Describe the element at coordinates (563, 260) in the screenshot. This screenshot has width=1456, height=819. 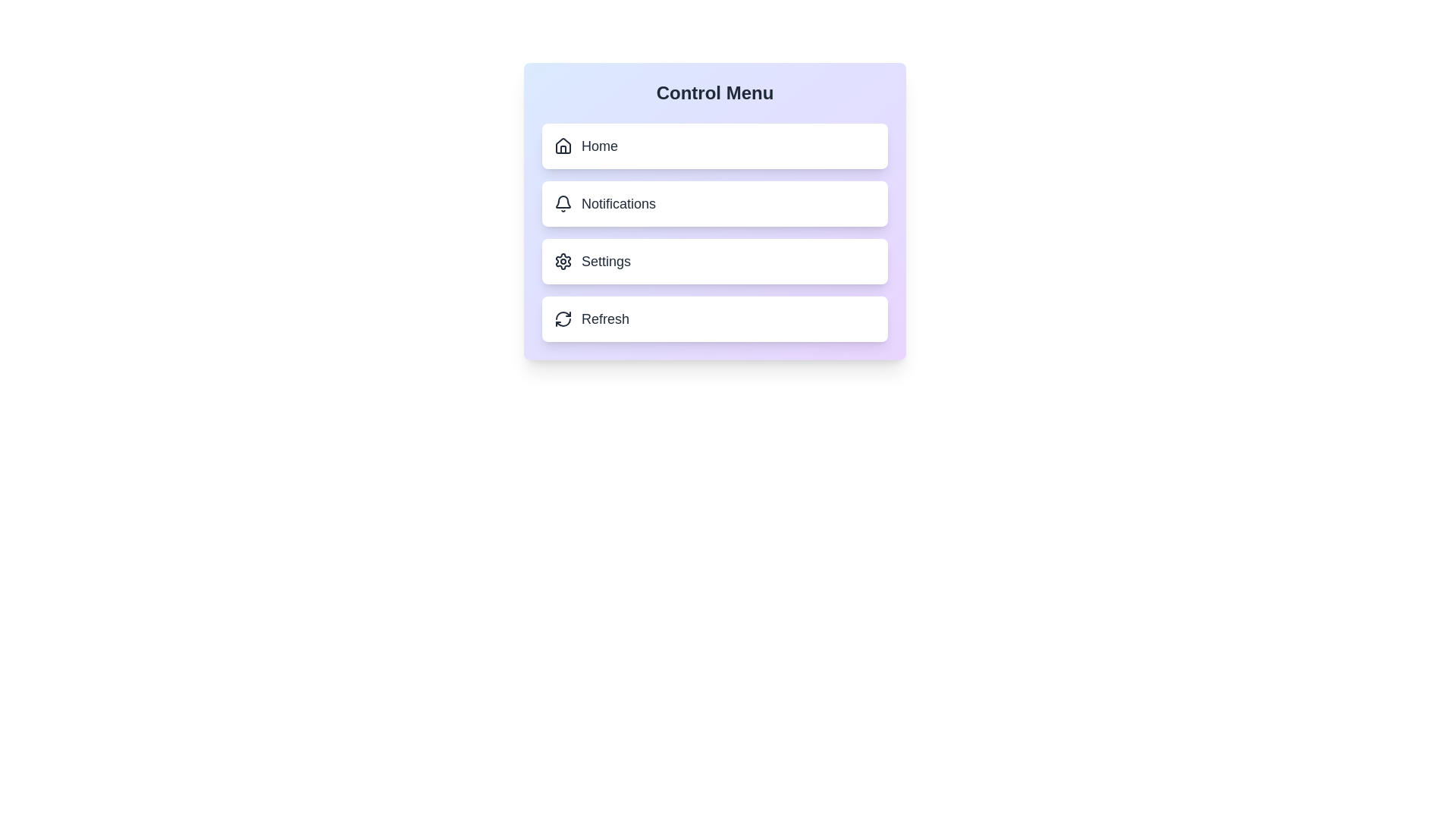
I see `the icon associated with the menu option Settings` at that location.